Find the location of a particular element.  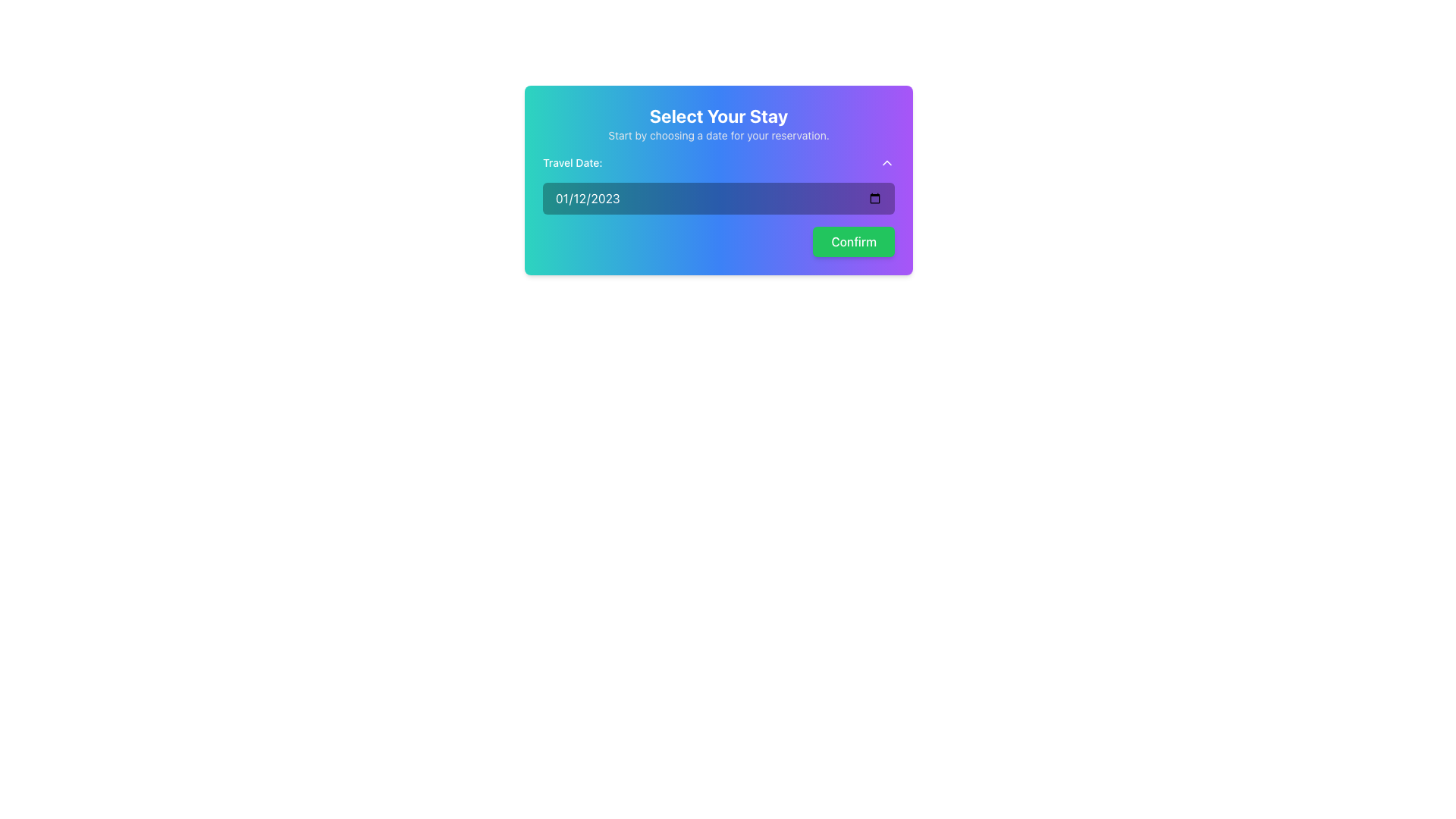

the green rectangular button labeled 'Confirm' located in the bottom-right region of the 'Select Your Stay' modal to confirm is located at coordinates (854, 241).